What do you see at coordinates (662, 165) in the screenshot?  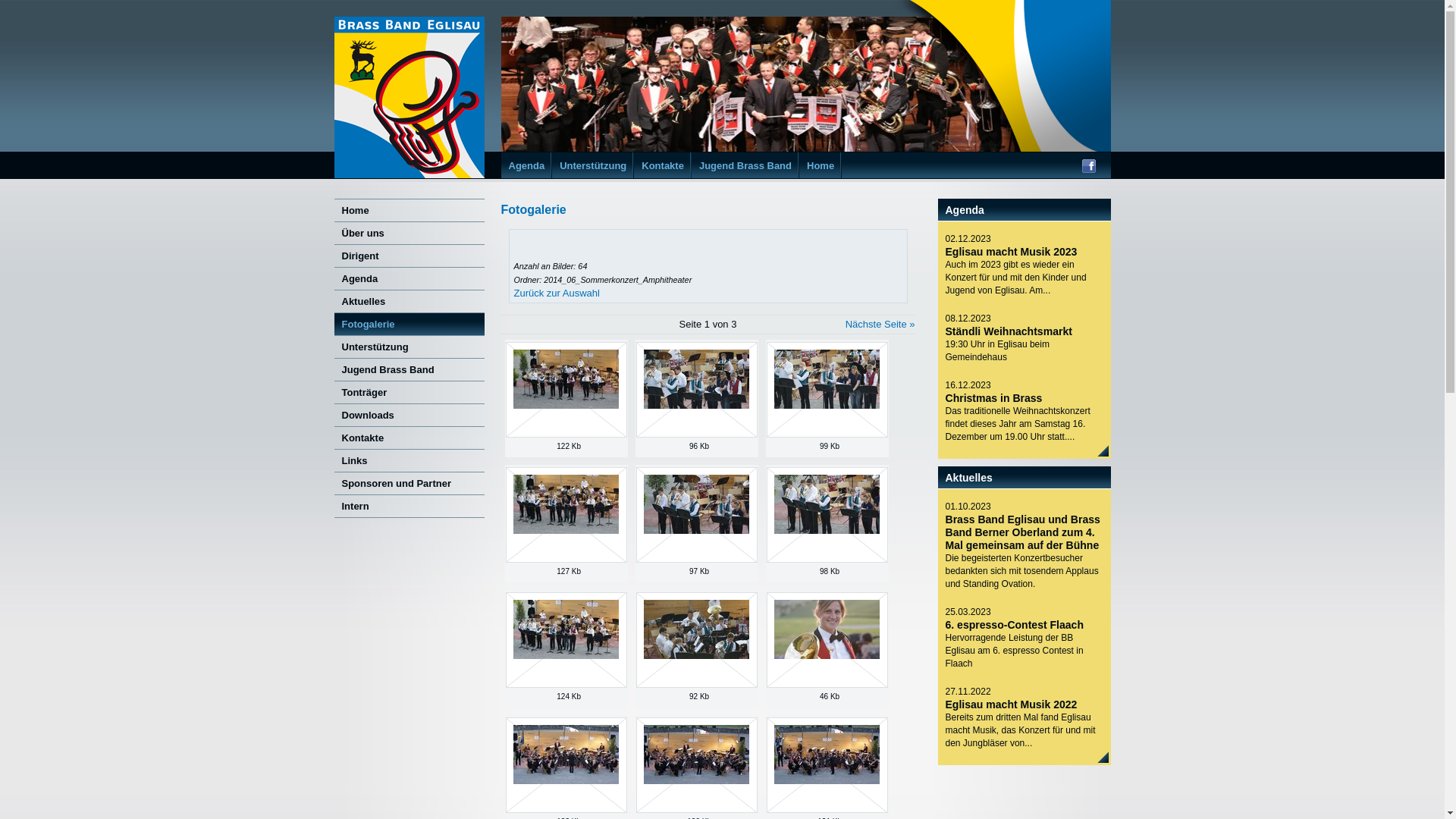 I see `'Kontakte'` at bounding box center [662, 165].